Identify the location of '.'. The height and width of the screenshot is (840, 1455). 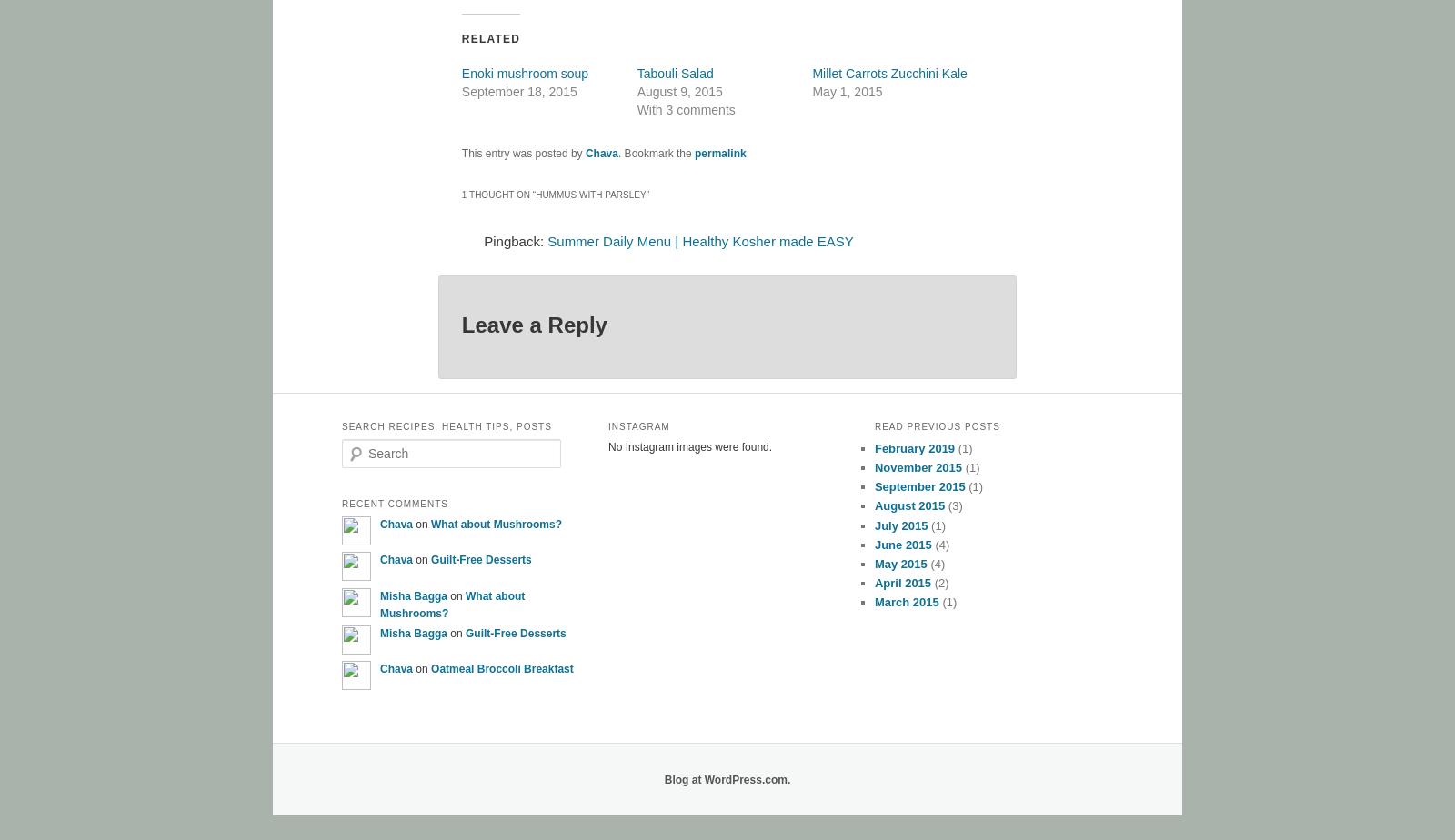
(746, 152).